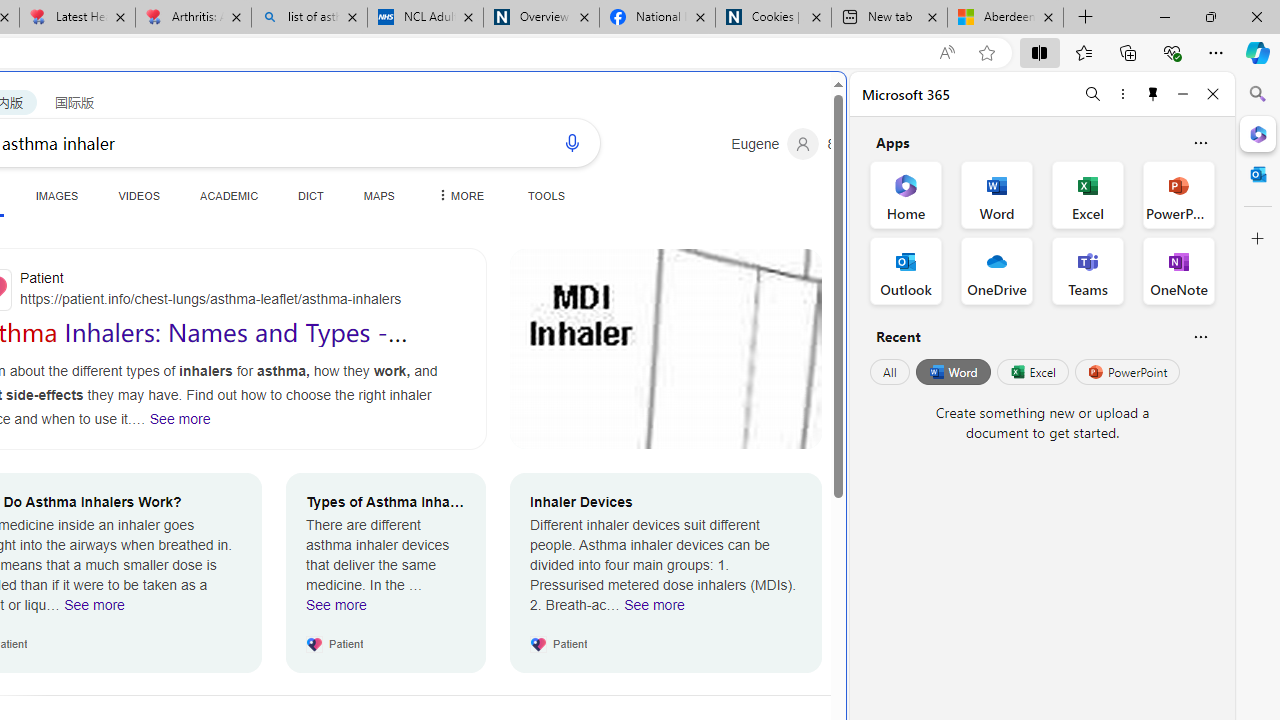 The height and width of the screenshot is (720, 1280). I want to click on 'Search using voice', so click(571, 141).